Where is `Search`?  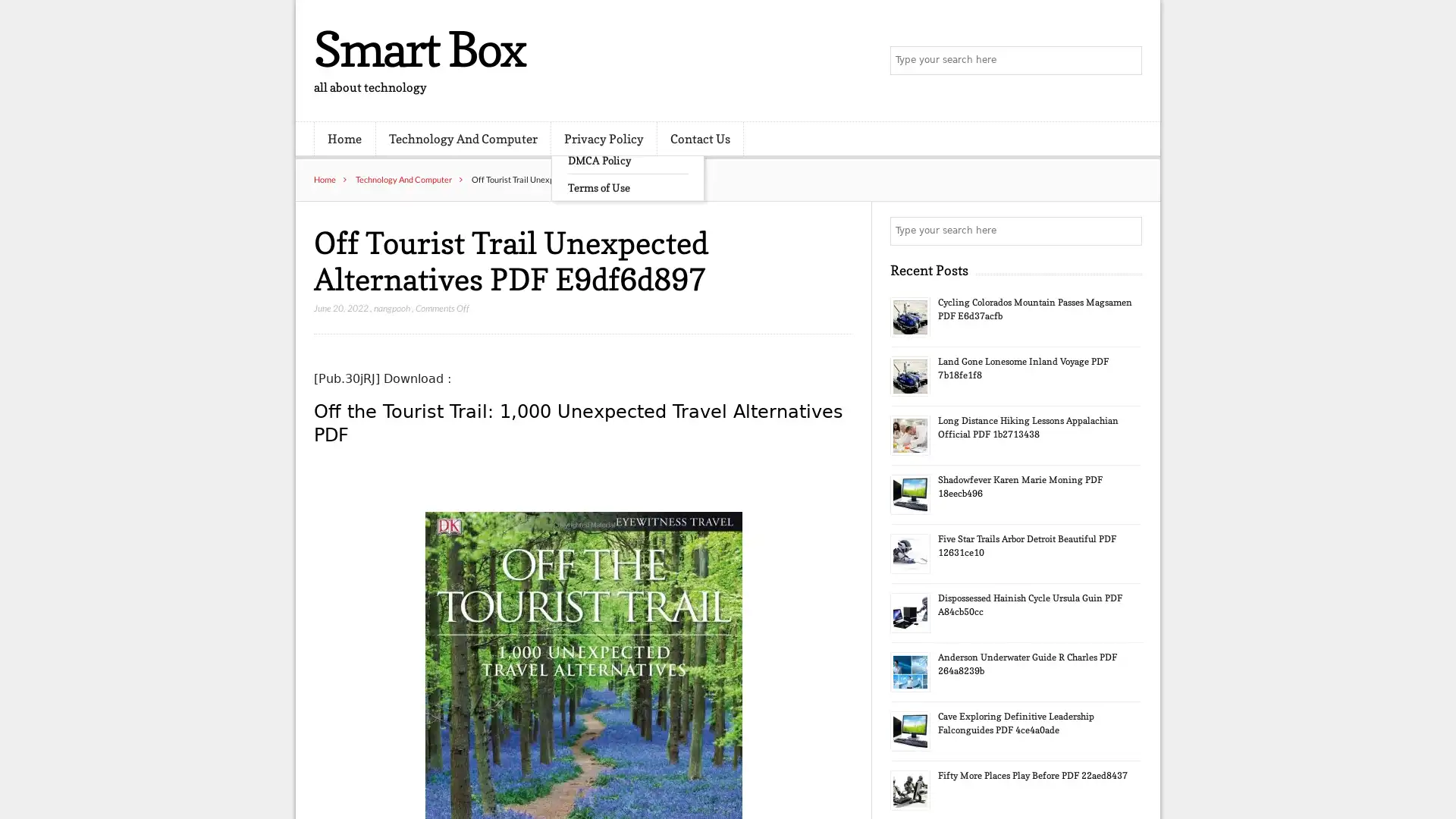 Search is located at coordinates (1126, 231).